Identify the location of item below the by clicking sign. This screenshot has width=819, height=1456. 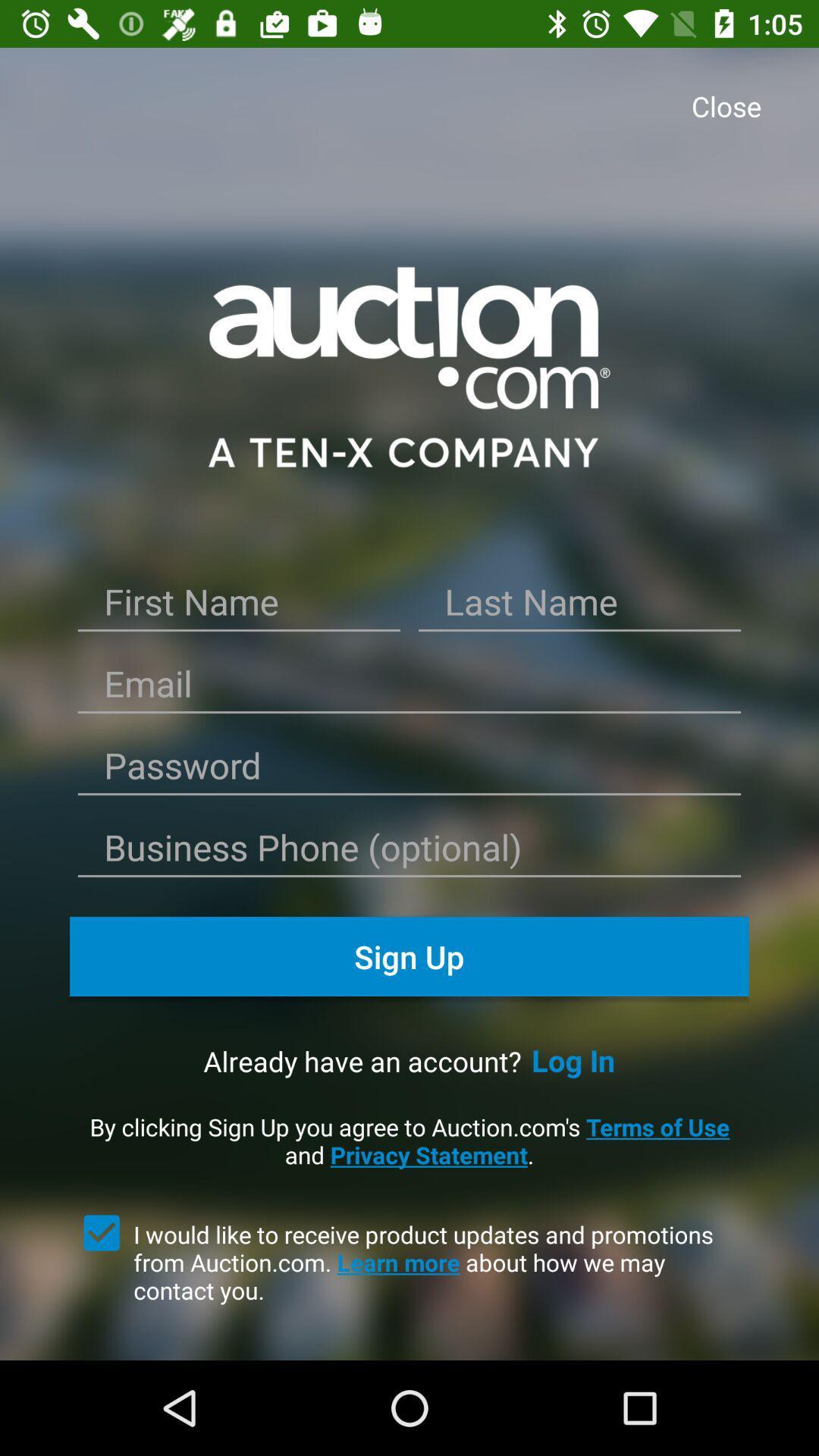
(441, 1262).